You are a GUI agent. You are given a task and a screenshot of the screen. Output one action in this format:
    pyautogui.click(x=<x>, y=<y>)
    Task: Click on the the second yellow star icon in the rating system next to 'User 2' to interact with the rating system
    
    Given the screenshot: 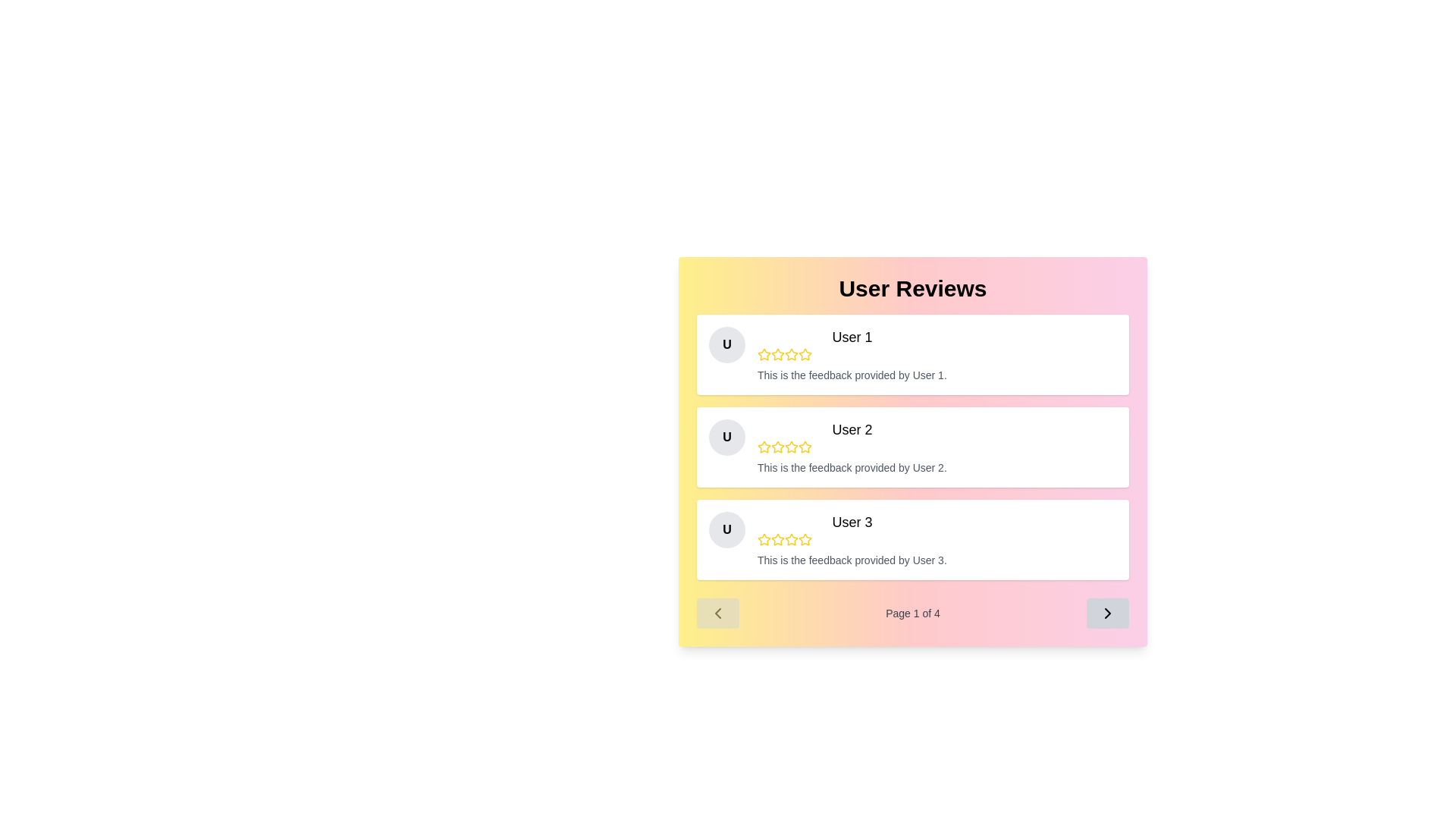 What is the action you would take?
    pyautogui.click(x=803, y=446)
    